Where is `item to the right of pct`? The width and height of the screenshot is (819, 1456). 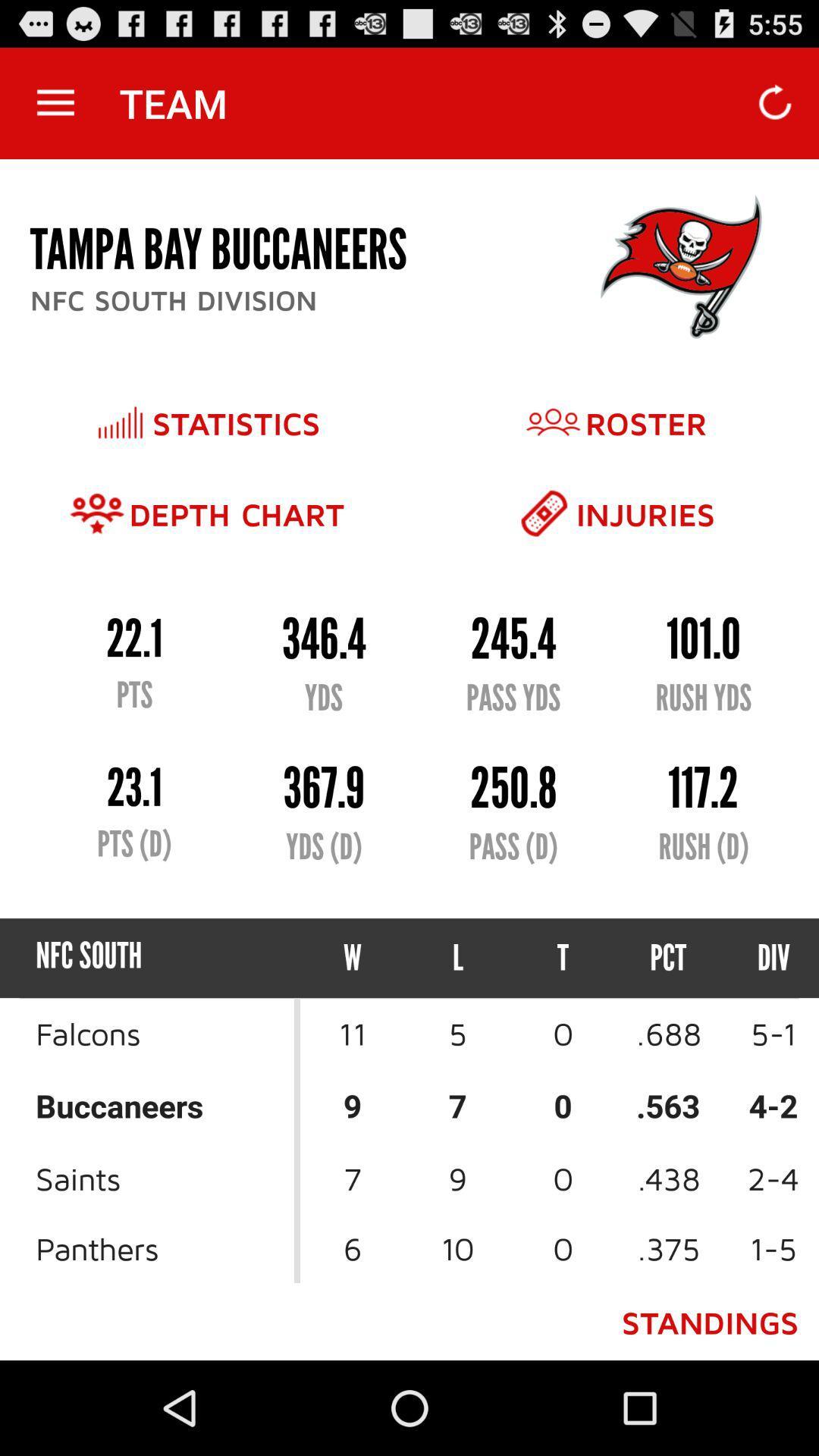 item to the right of pct is located at coordinates (760, 957).